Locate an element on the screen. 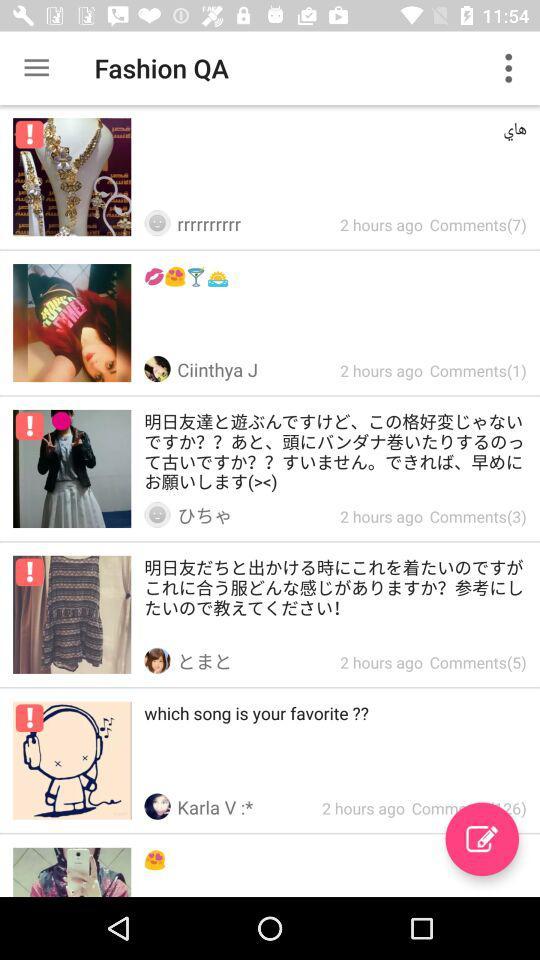  icon next to fashion qa icon is located at coordinates (36, 68).